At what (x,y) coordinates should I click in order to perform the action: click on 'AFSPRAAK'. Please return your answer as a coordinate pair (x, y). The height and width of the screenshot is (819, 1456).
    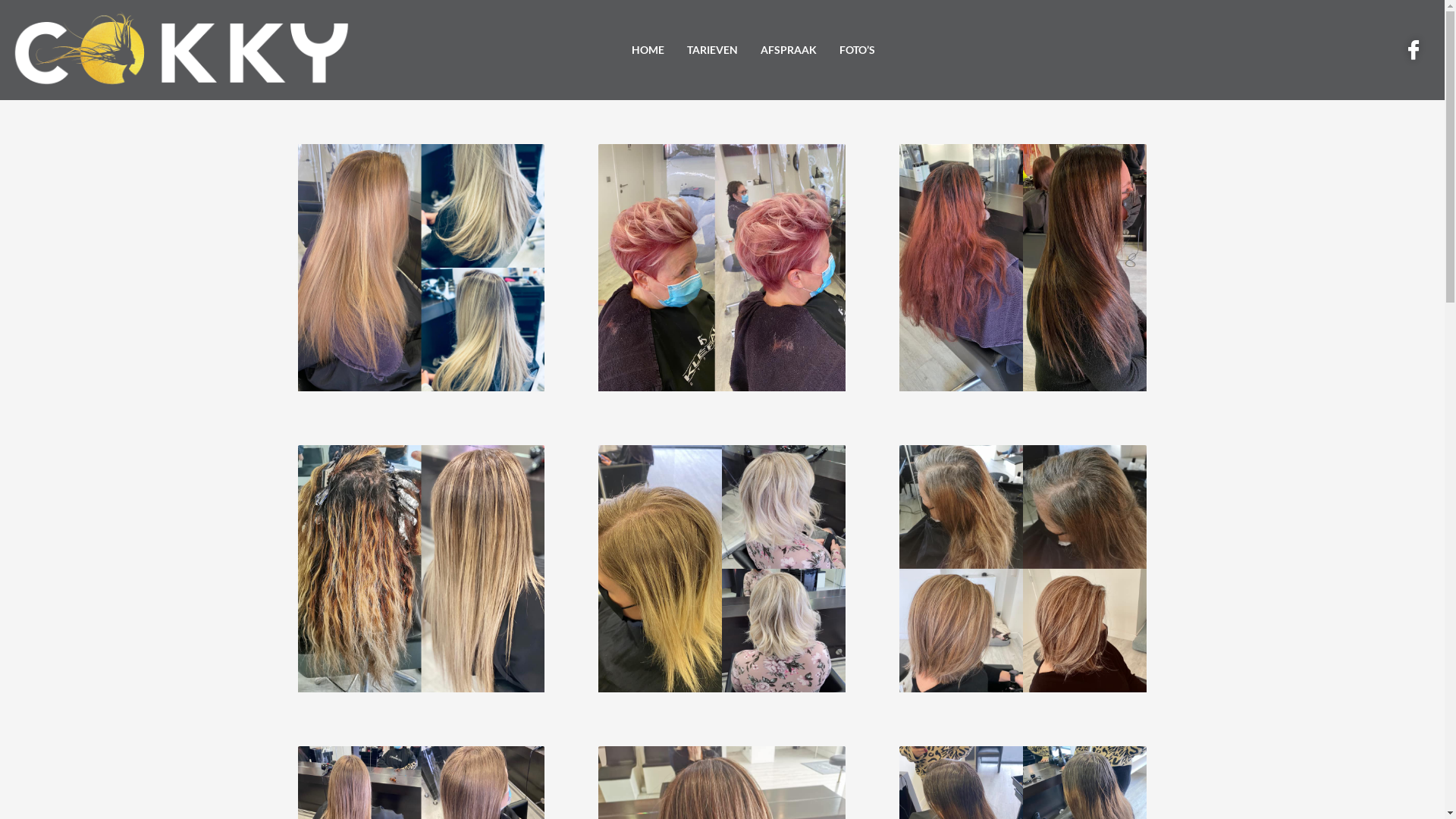
    Looking at the image, I should click on (749, 49).